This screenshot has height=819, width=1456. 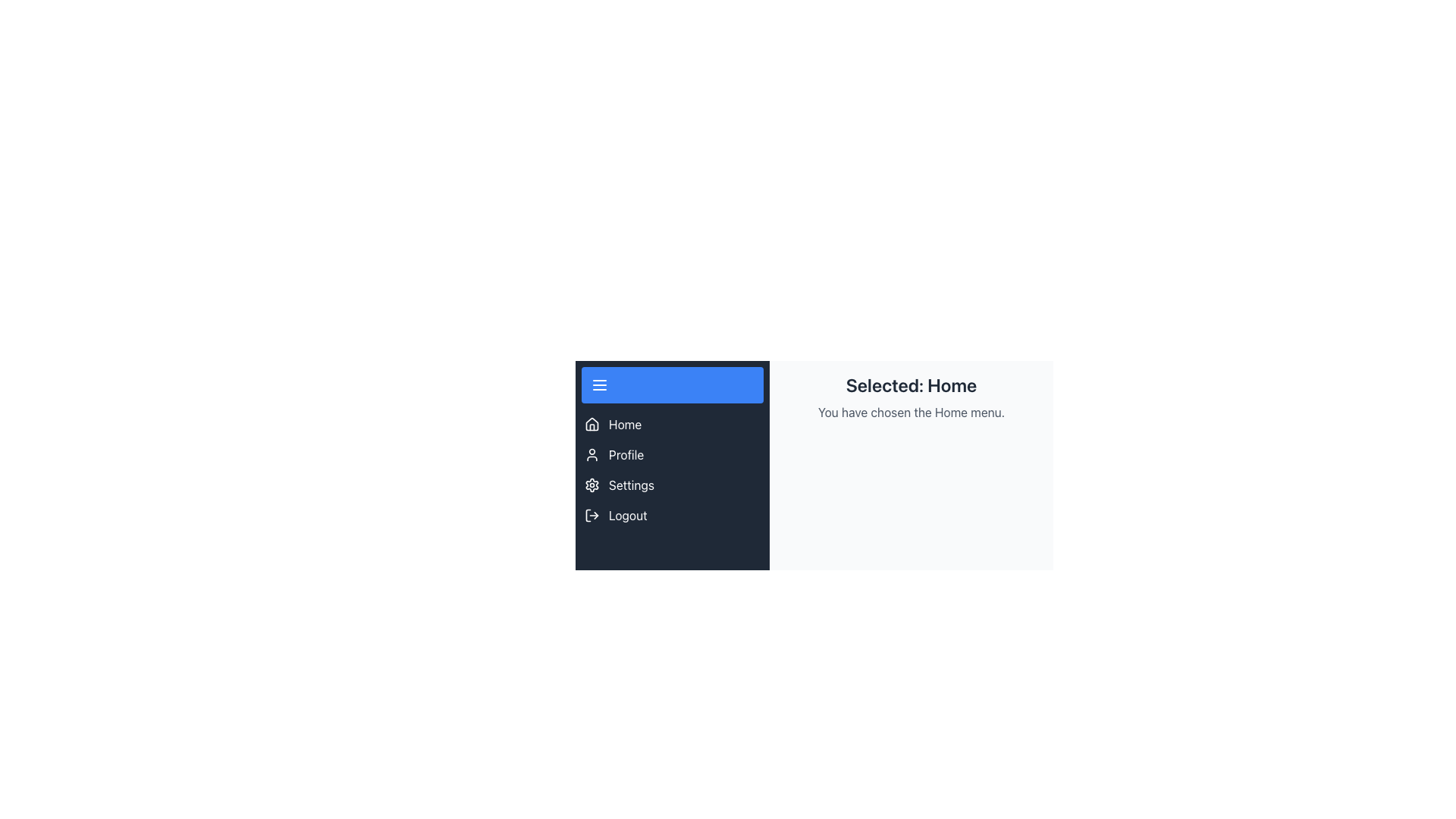 What do you see at coordinates (672, 454) in the screenshot?
I see `the 'Profile' navigation button located in the vertical menu, positioned below the 'Home' button and above the 'Settings' button` at bounding box center [672, 454].